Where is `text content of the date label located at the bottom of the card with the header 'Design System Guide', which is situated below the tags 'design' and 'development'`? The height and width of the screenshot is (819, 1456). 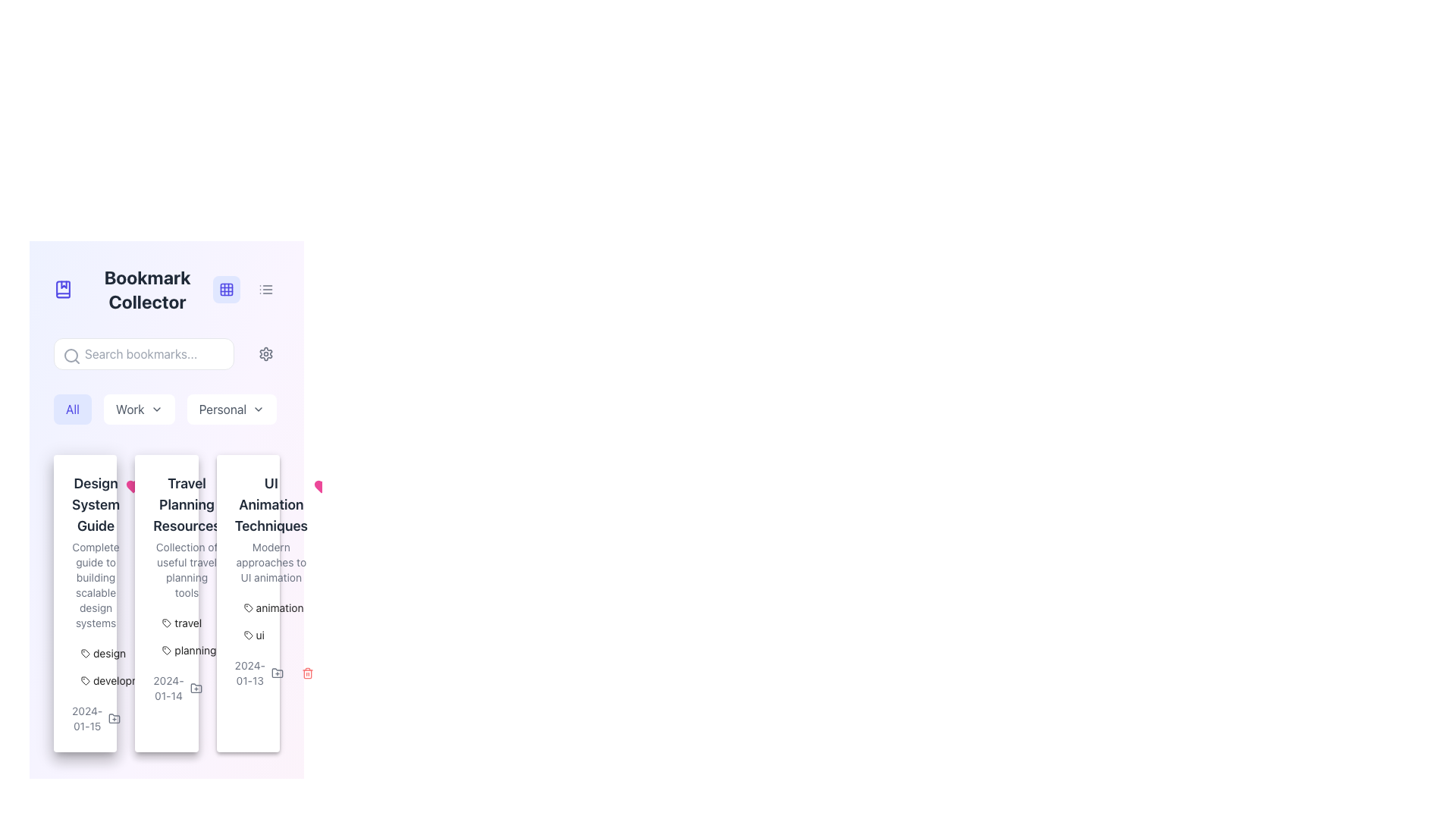
text content of the date label located at the bottom of the card with the header 'Design System Guide', which is situated below the tags 'design' and 'development' is located at coordinates (84, 718).